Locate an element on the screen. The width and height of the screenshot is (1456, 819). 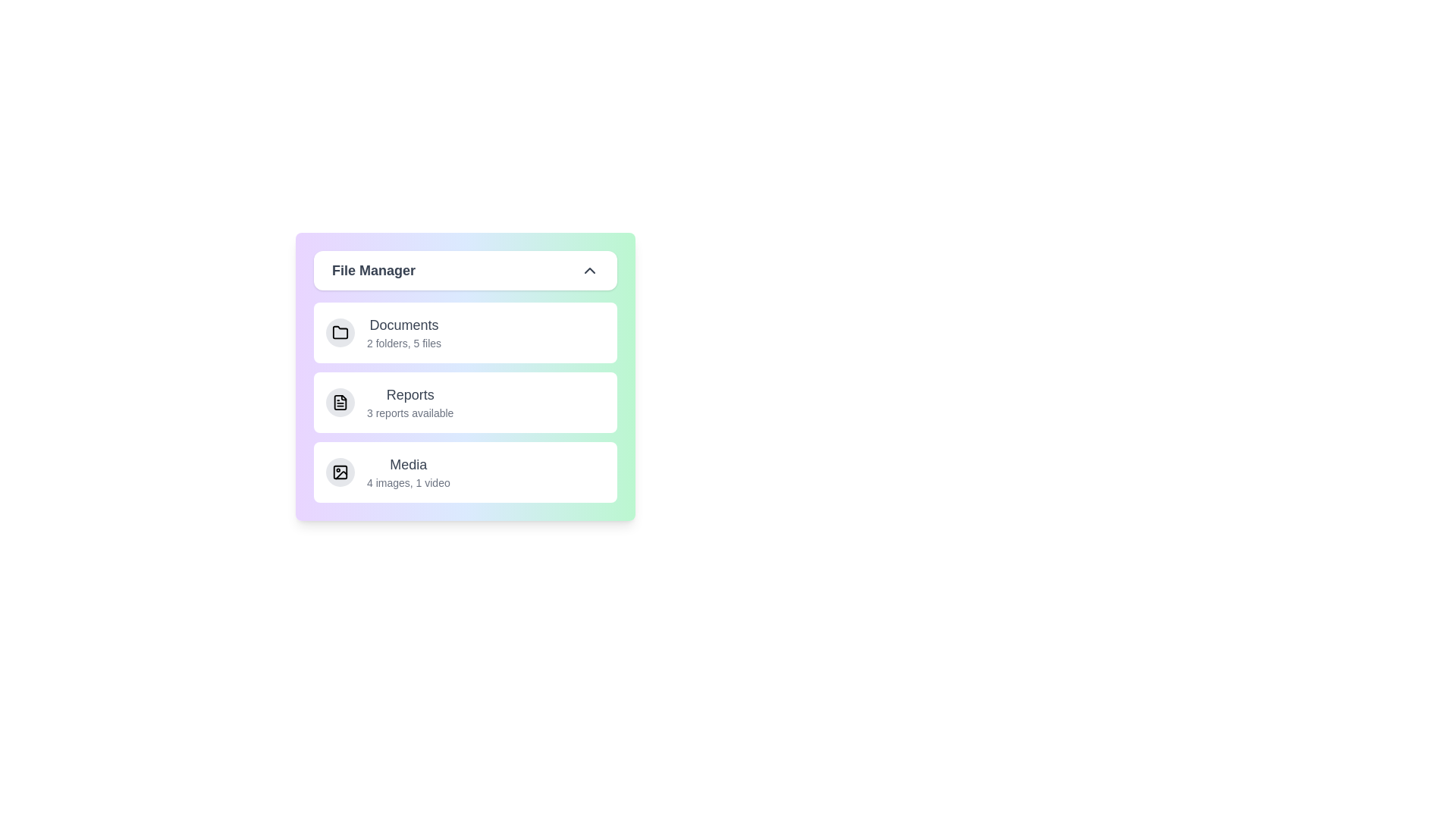
the icon for Reports to inspect it is located at coordinates (340, 402).